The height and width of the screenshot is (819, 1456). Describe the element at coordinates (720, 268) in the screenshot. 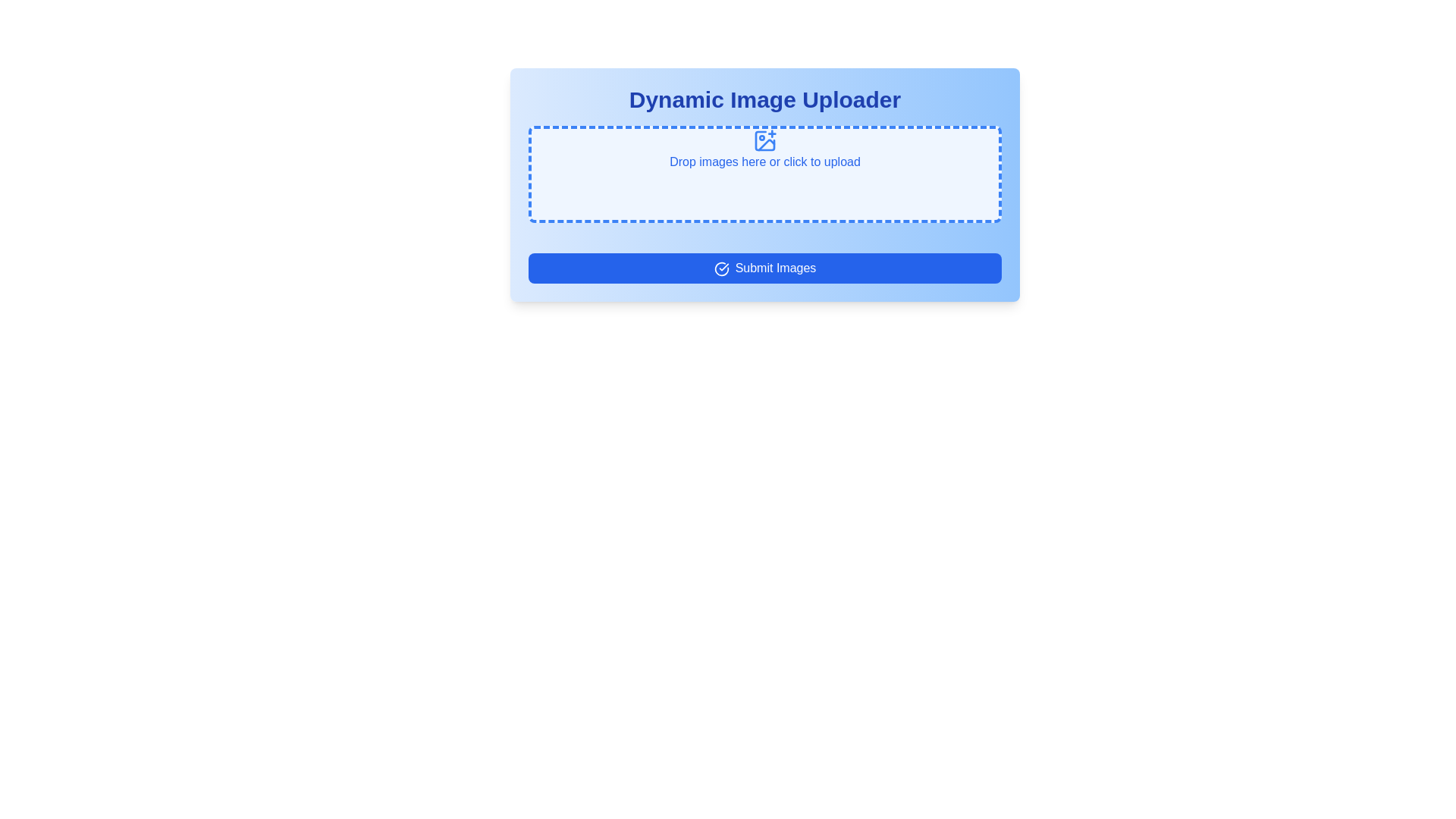

I see `the circular checkmark icon located to the left of the 'Submit Images' button, which is centered at the bottom of the form` at that location.